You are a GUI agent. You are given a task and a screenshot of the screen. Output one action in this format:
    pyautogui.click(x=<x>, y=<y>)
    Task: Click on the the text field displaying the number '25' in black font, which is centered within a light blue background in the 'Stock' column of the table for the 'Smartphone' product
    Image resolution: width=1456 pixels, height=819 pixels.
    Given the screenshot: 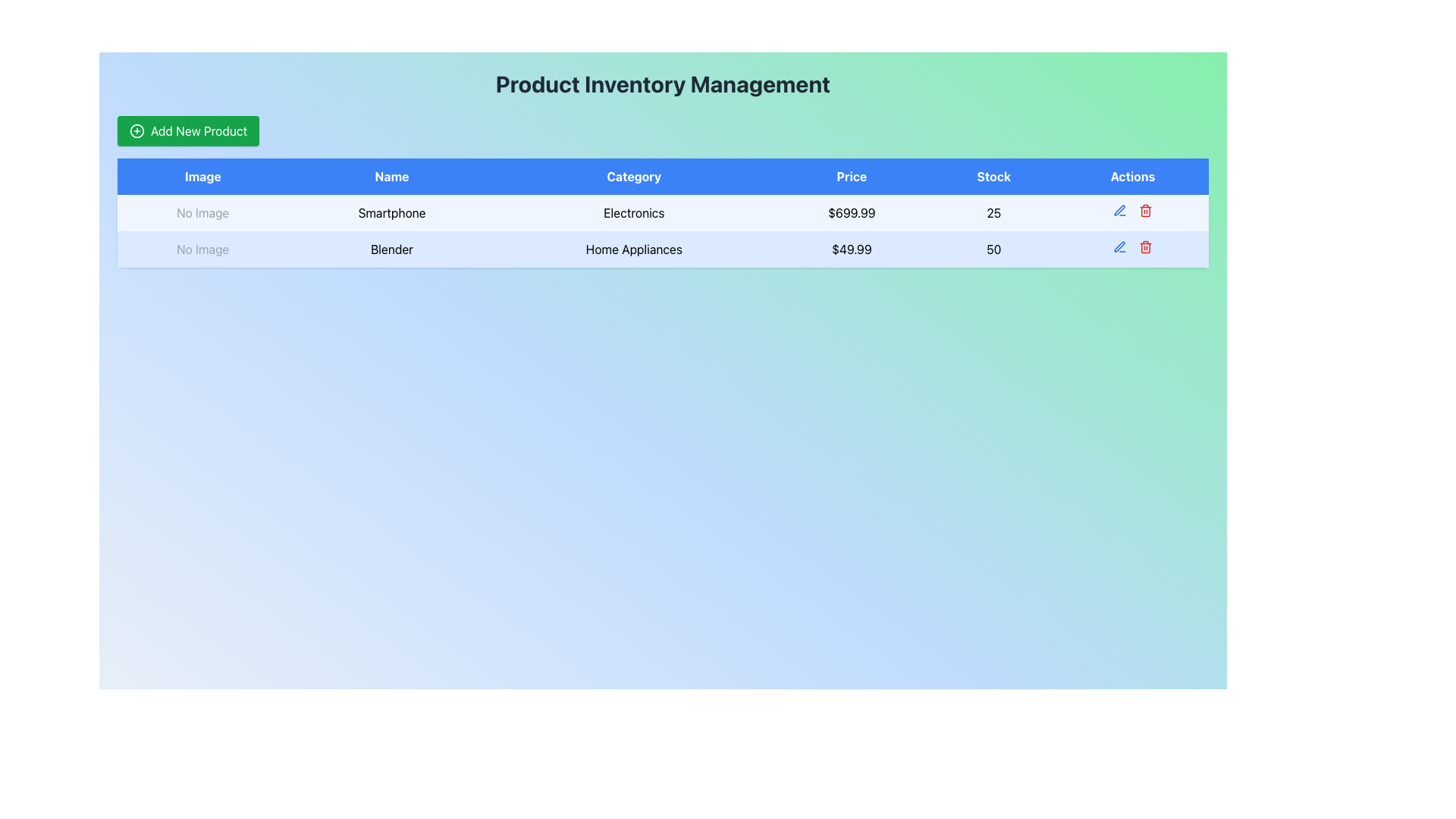 What is the action you would take?
    pyautogui.click(x=993, y=213)
    